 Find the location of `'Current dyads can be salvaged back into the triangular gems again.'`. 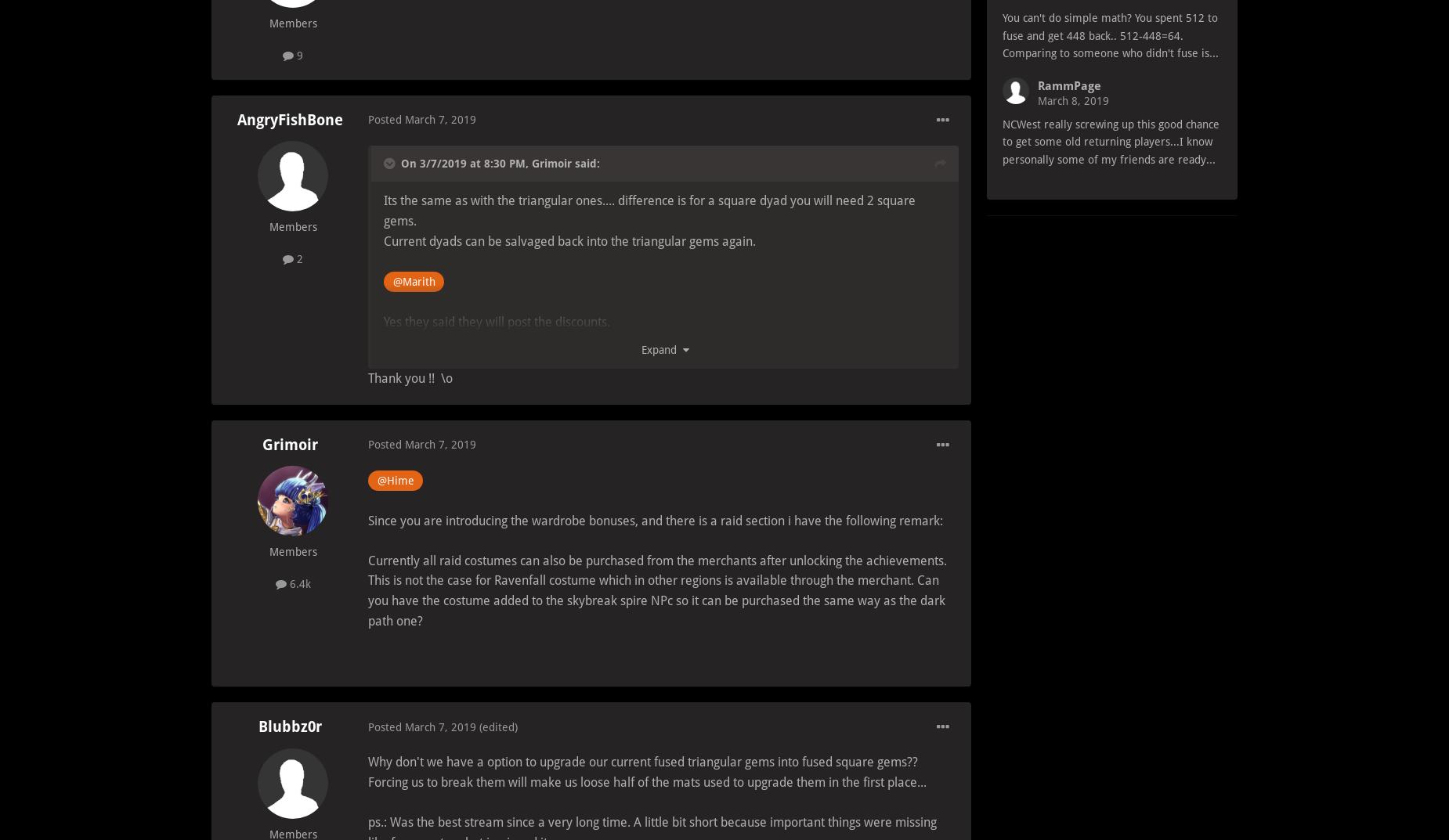

'Current dyads can be salvaged back into the triangular gems again.' is located at coordinates (569, 240).